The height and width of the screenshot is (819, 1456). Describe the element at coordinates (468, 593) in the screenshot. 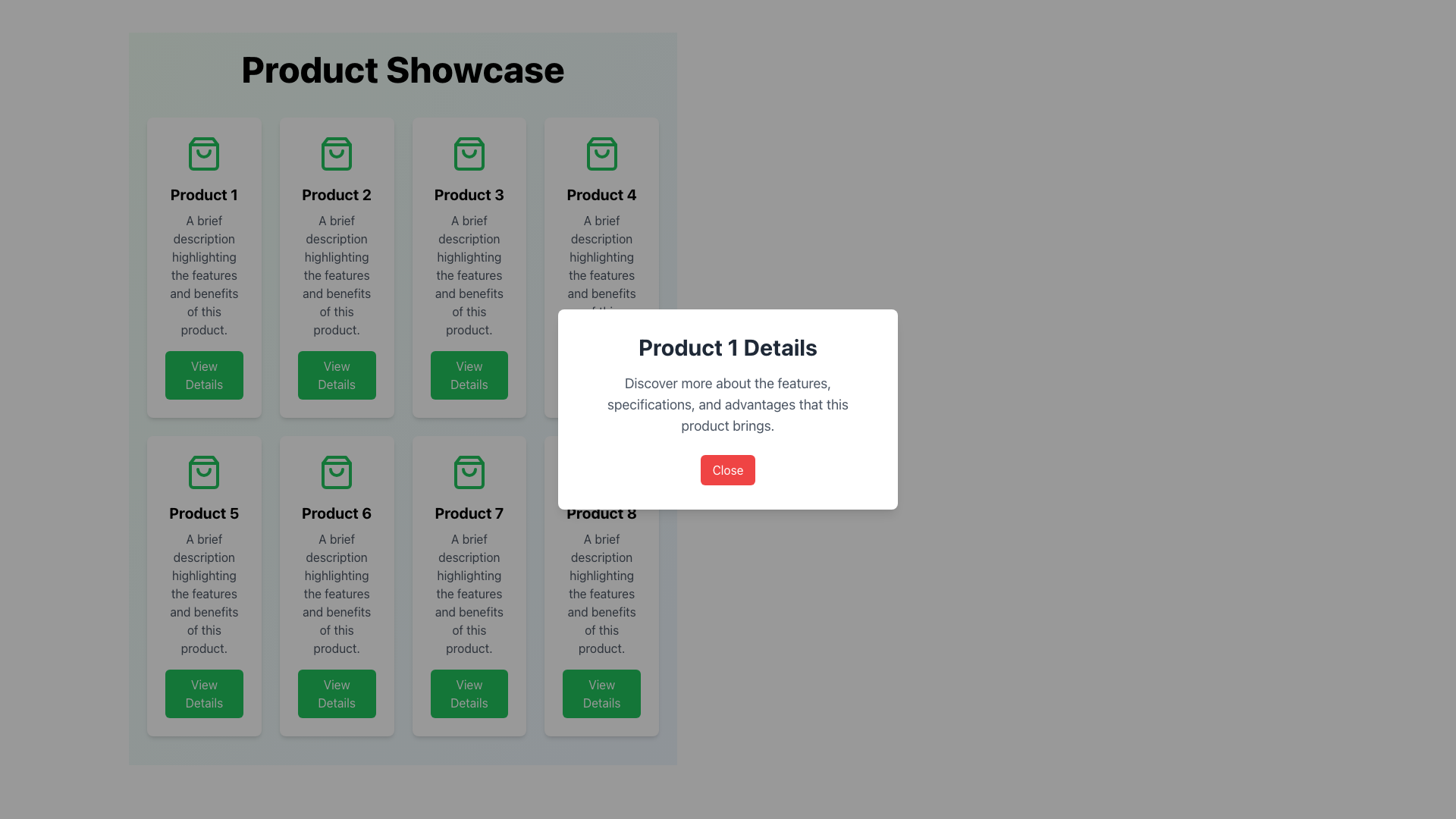

I see `text content element displaying a brief description of the features and benefits of the product, which is positioned under the title 'Product 7' and above the 'View Details' button` at that location.